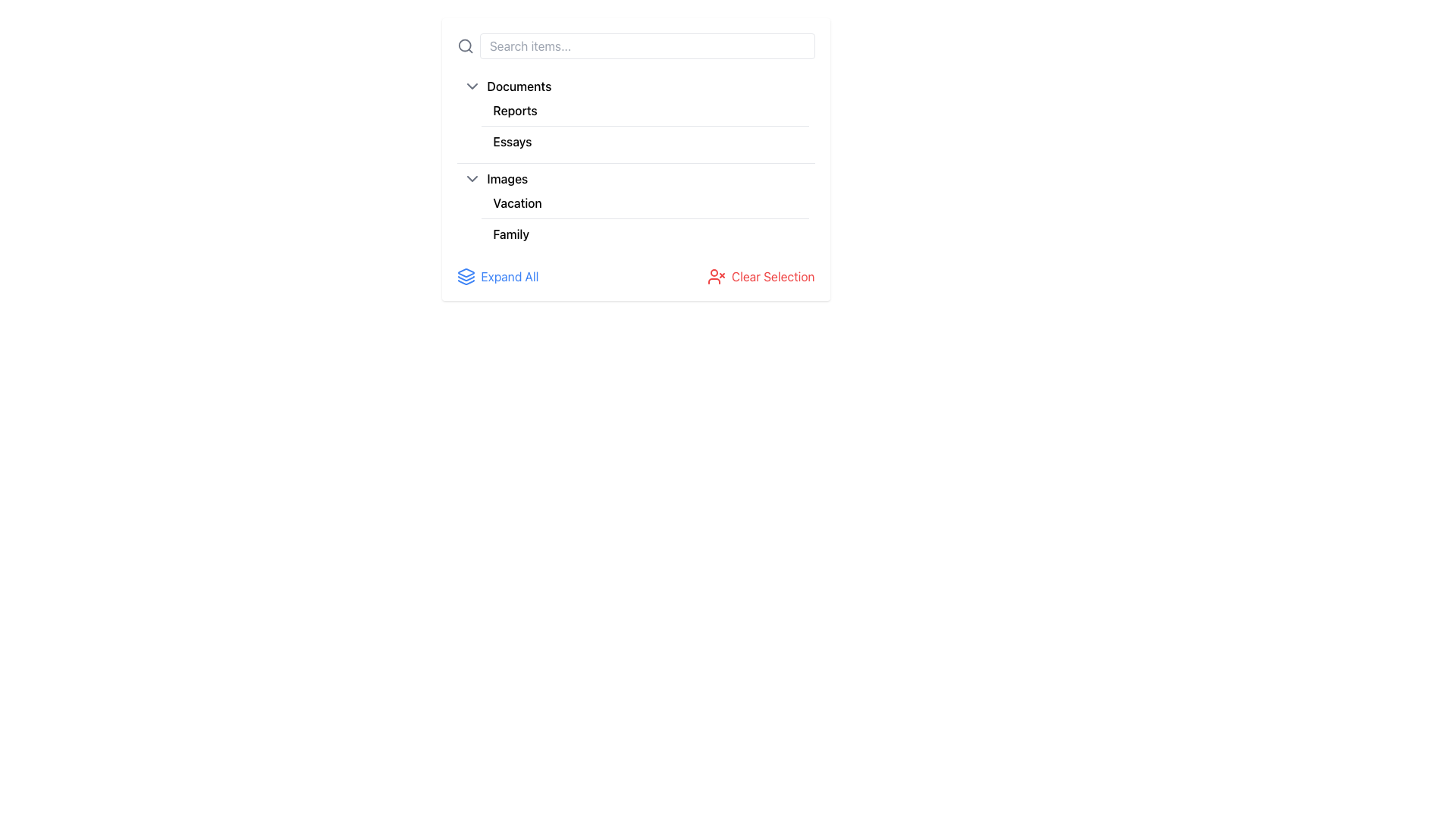  Describe the element at coordinates (716, 277) in the screenshot. I see `the icon located to the left of the text within the 'Clear Selection' button to interact with it` at that location.